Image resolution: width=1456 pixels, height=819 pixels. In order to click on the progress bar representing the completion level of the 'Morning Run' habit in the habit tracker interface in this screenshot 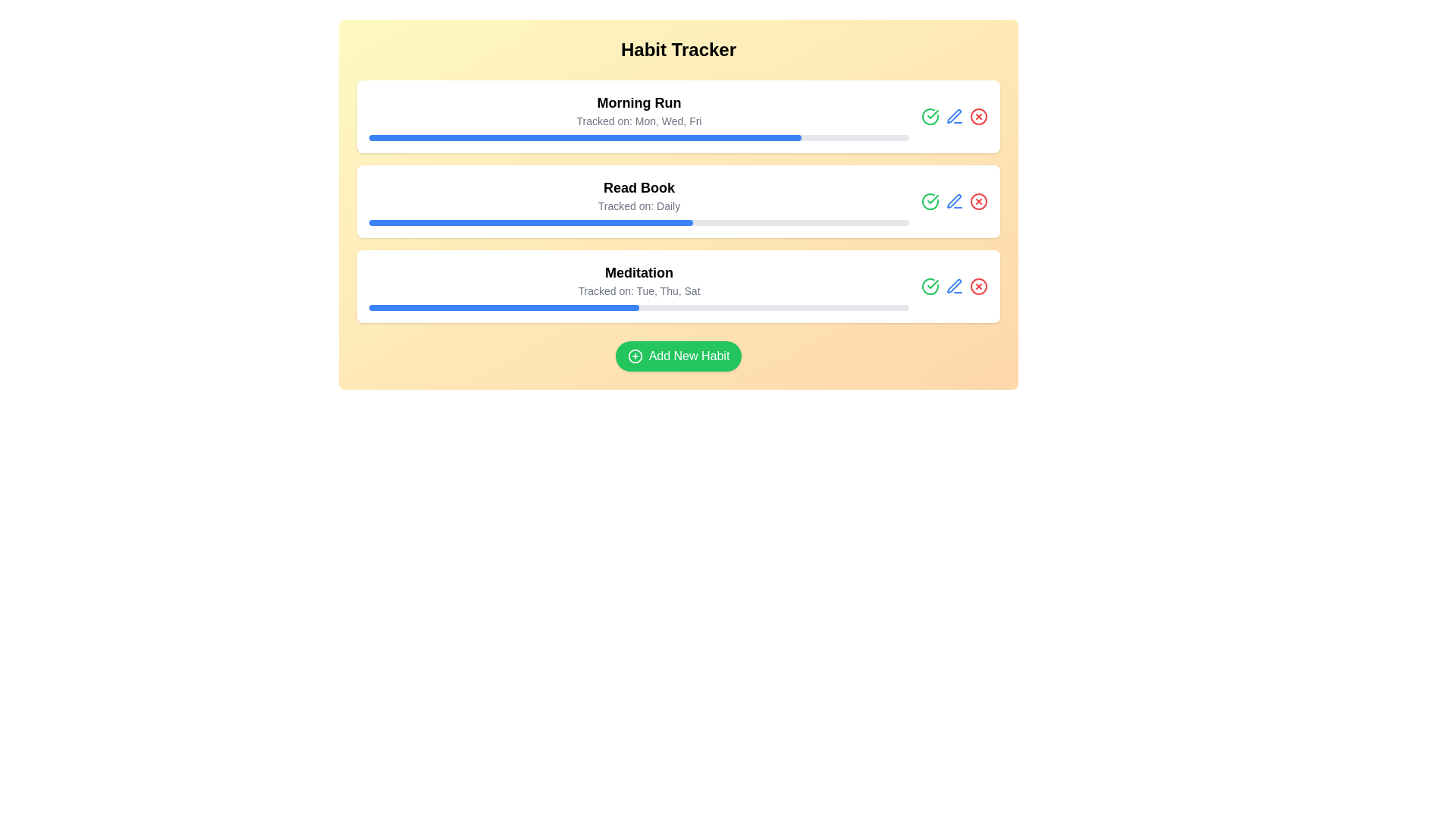, I will do `click(639, 137)`.